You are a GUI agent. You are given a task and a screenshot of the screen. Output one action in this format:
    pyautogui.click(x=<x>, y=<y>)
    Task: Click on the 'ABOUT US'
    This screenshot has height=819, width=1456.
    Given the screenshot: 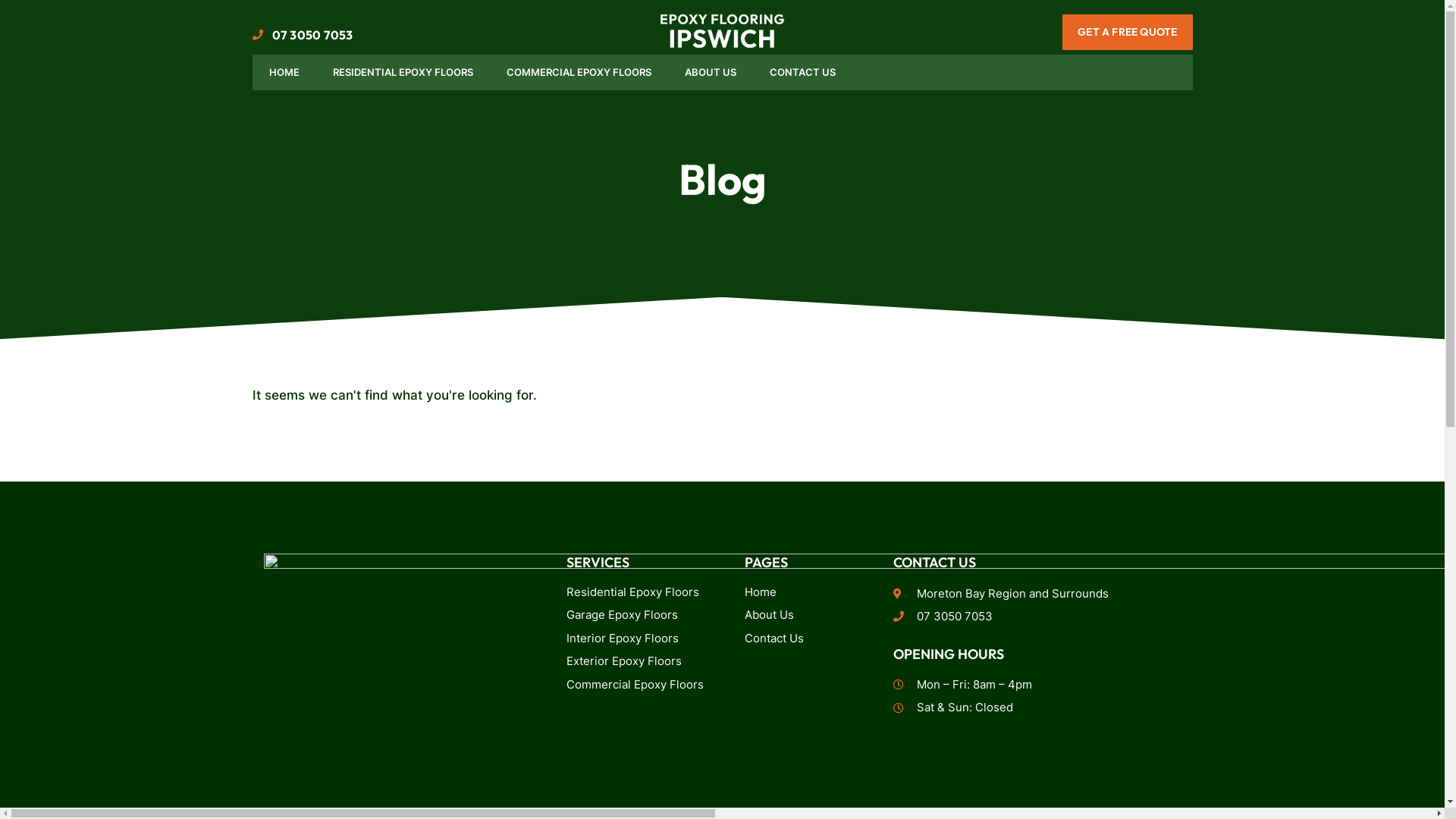 What is the action you would take?
    pyautogui.click(x=709, y=73)
    